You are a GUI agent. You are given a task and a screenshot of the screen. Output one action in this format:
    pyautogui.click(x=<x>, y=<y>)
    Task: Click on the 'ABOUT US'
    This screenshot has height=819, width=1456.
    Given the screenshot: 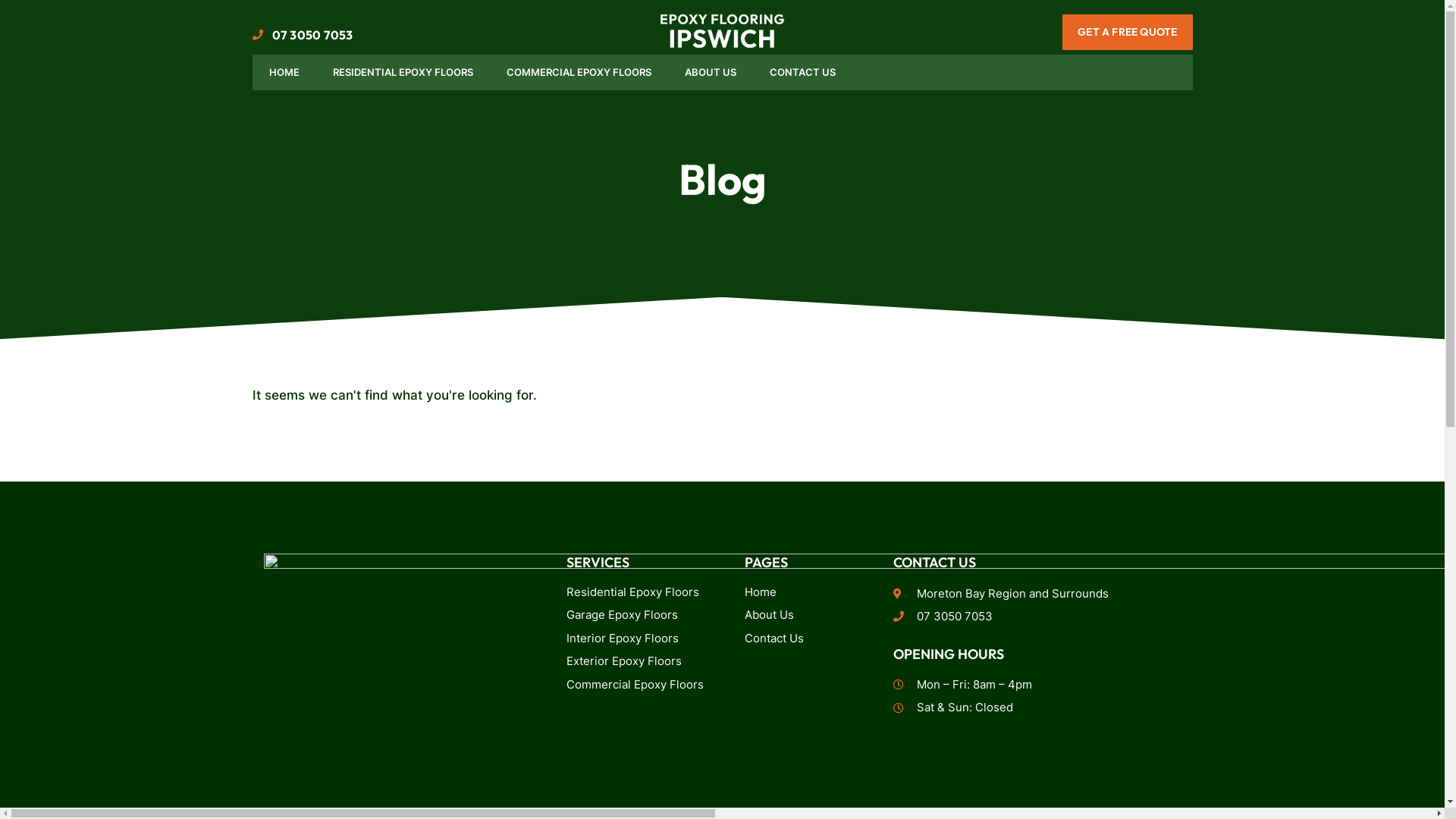 What is the action you would take?
    pyautogui.click(x=709, y=73)
    